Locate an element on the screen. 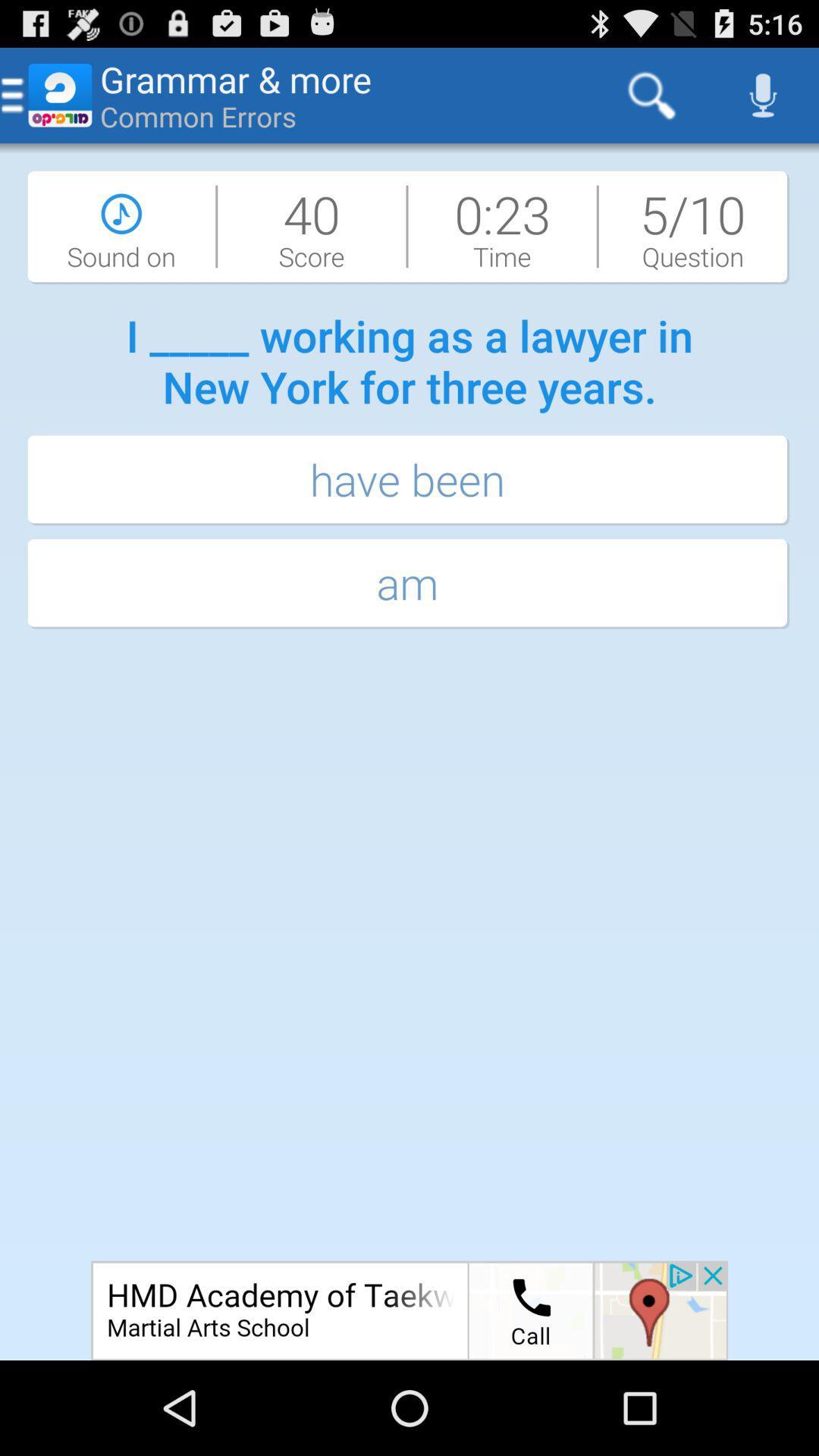 The height and width of the screenshot is (1456, 819). this option advertisement is located at coordinates (409, 1310).